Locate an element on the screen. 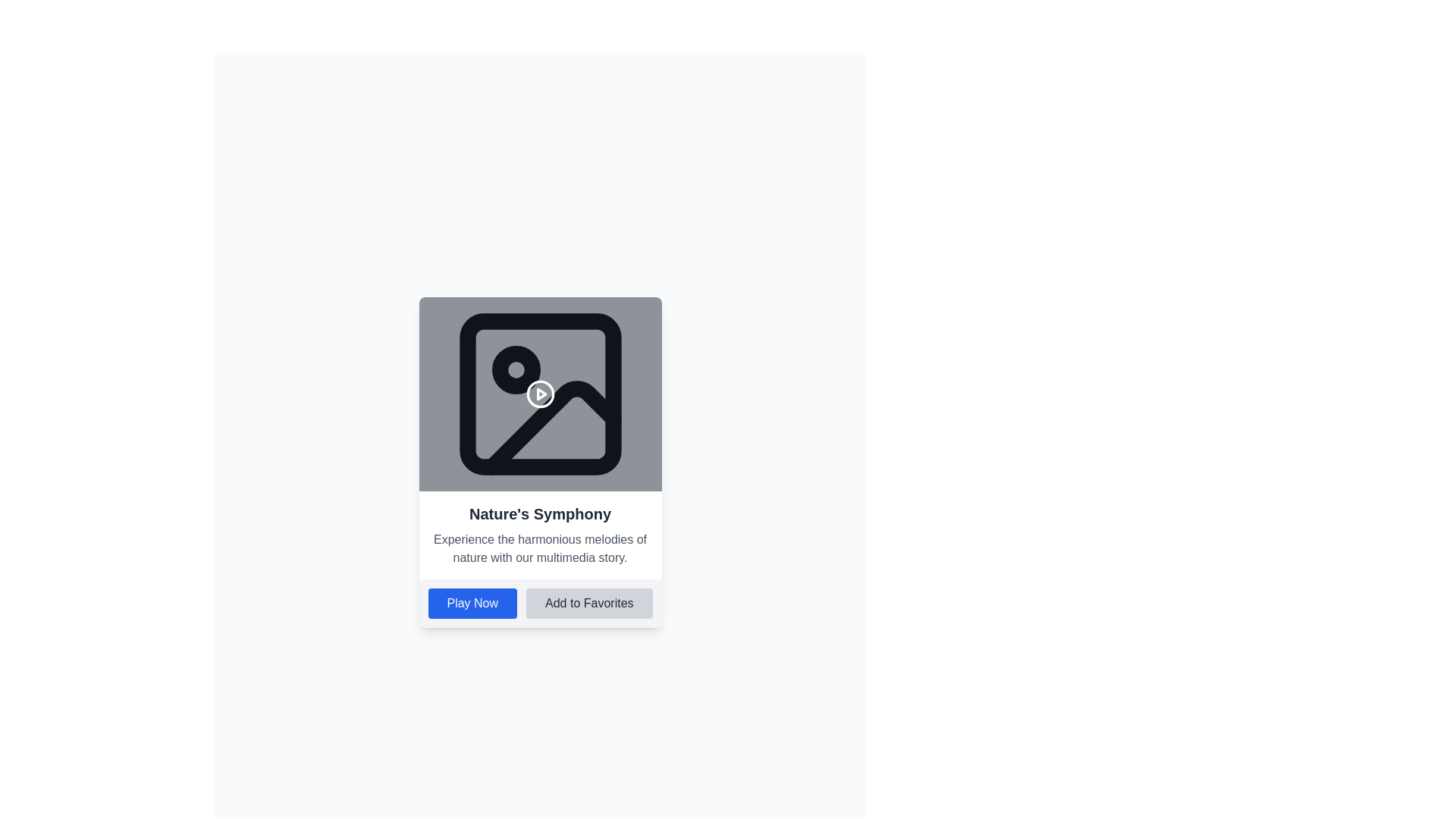  the Play Button located at the center of the image thumbnail on the card layout for keyboard interaction is located at coordinates (540, 394).